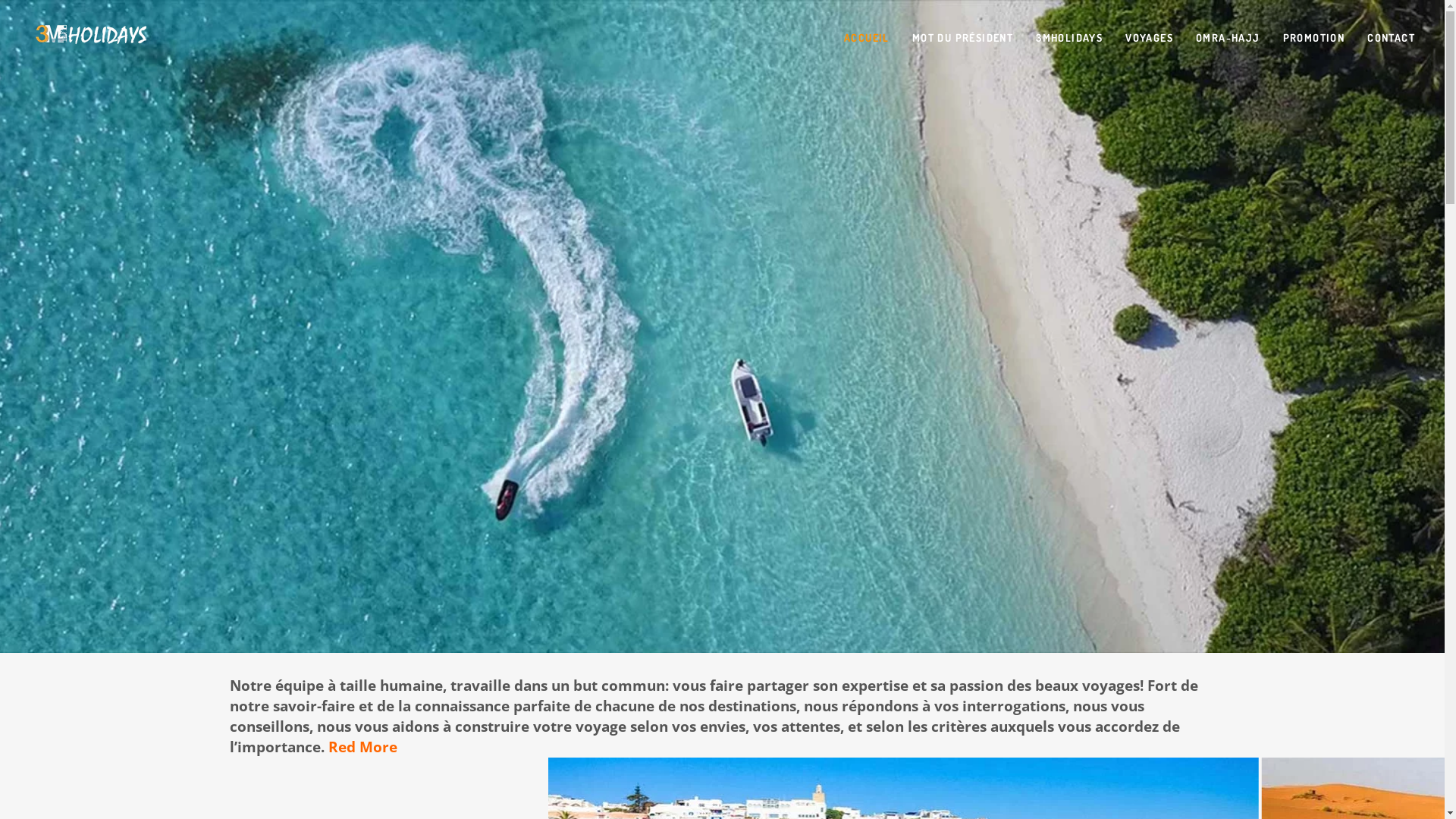 The width and height of the screenshot is (1456, 819). Describe the element at coordinates (1271, 37) in the screenshot. I see `'PROMOTION'` at that location.